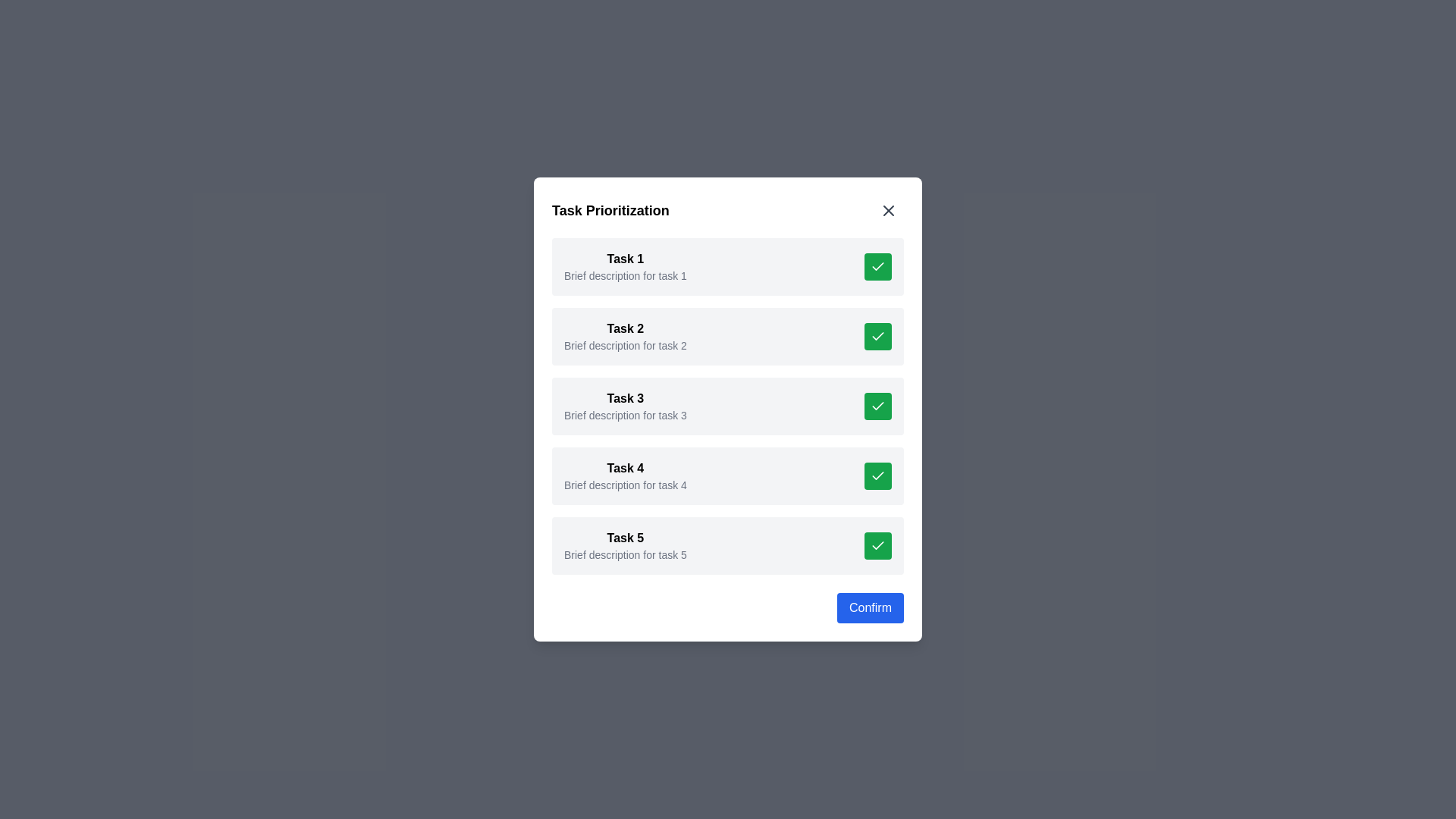  I want to click on the status depicted by the checkmark icon associated with 'Task 4', which is a green rounded rectangle located on the right side of the fourth row in the center modal, so click(877, 475).